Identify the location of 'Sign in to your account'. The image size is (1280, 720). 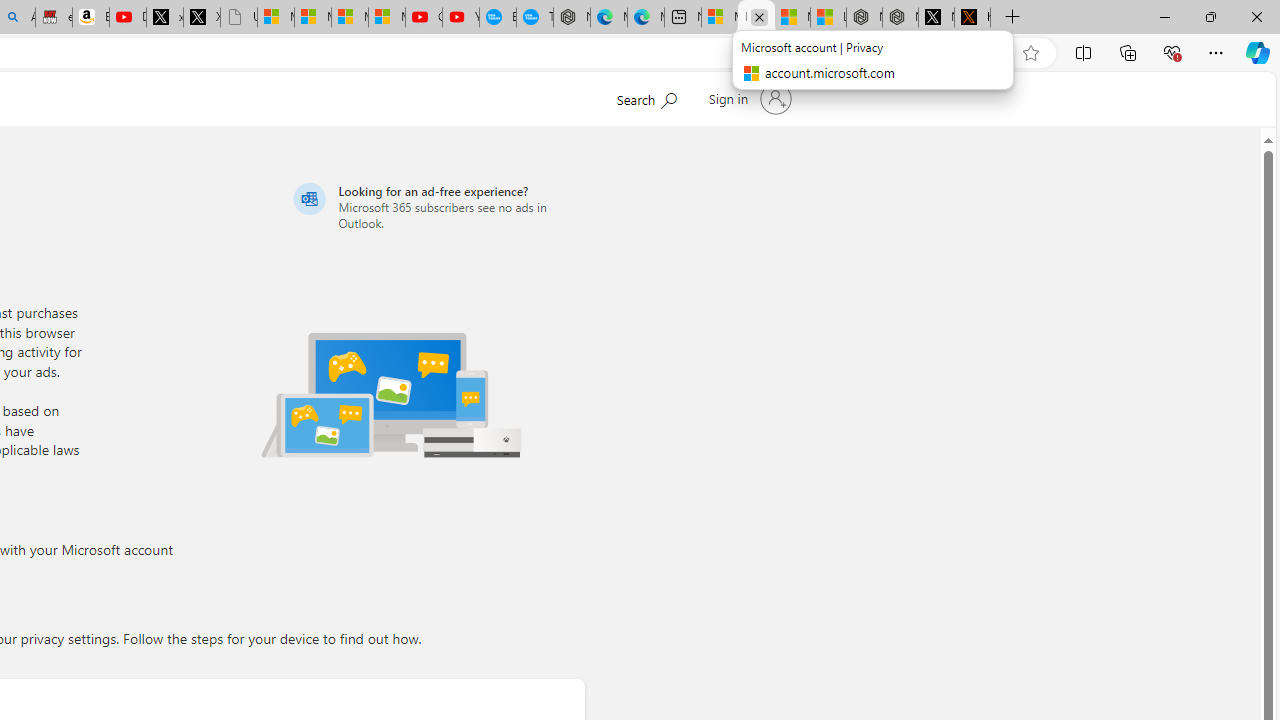
(747, 99).